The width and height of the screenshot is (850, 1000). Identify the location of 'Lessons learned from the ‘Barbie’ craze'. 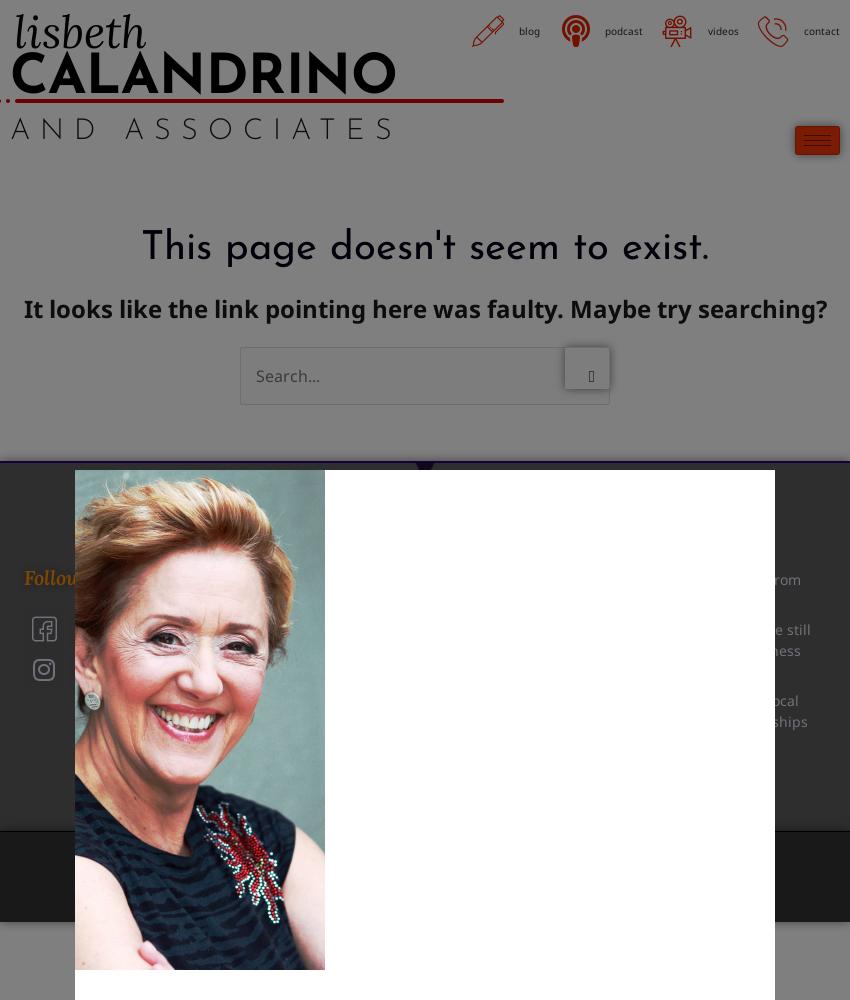
(728, 588).